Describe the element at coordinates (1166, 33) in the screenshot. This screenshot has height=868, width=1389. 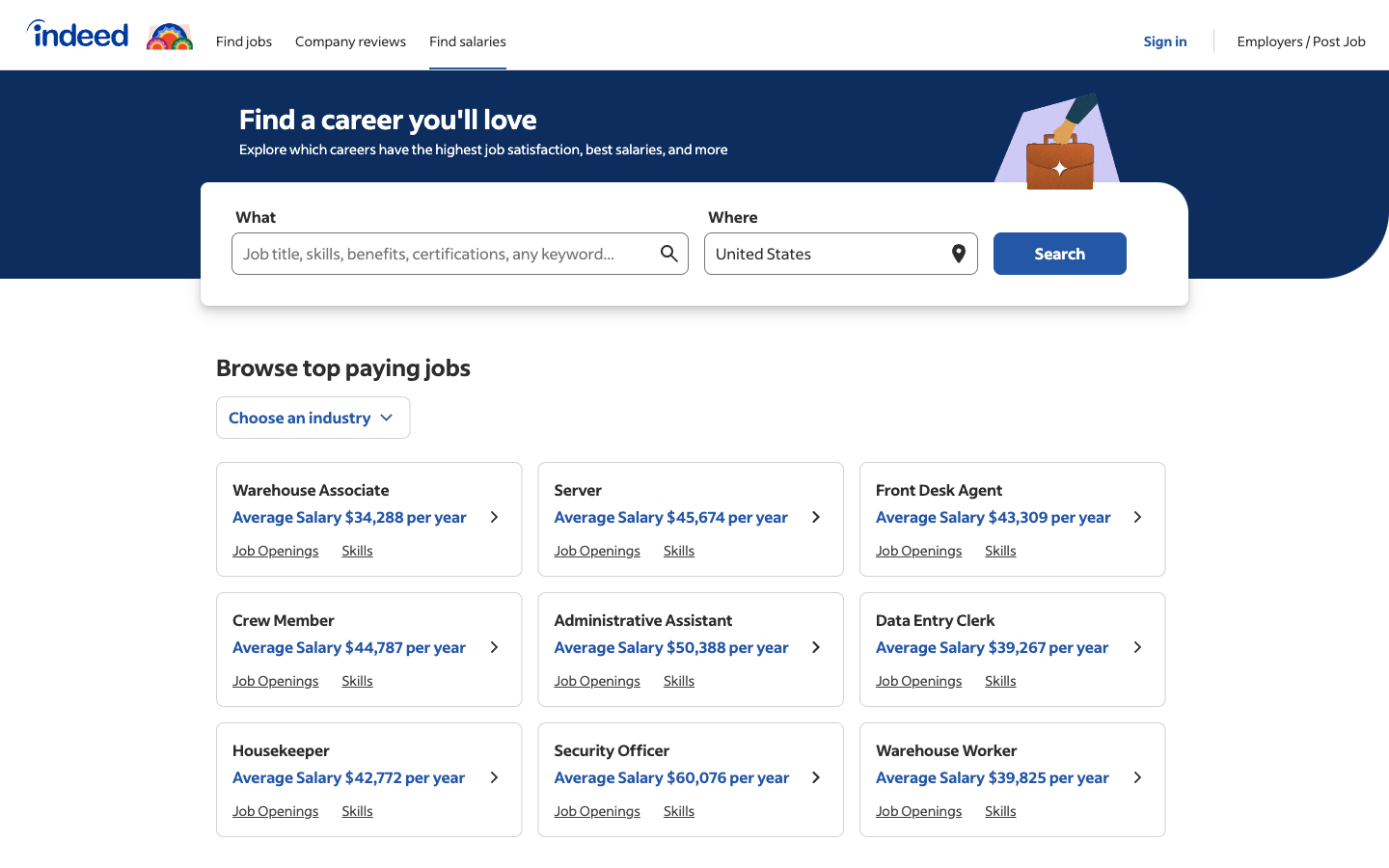
I see `the Login page` at that location.